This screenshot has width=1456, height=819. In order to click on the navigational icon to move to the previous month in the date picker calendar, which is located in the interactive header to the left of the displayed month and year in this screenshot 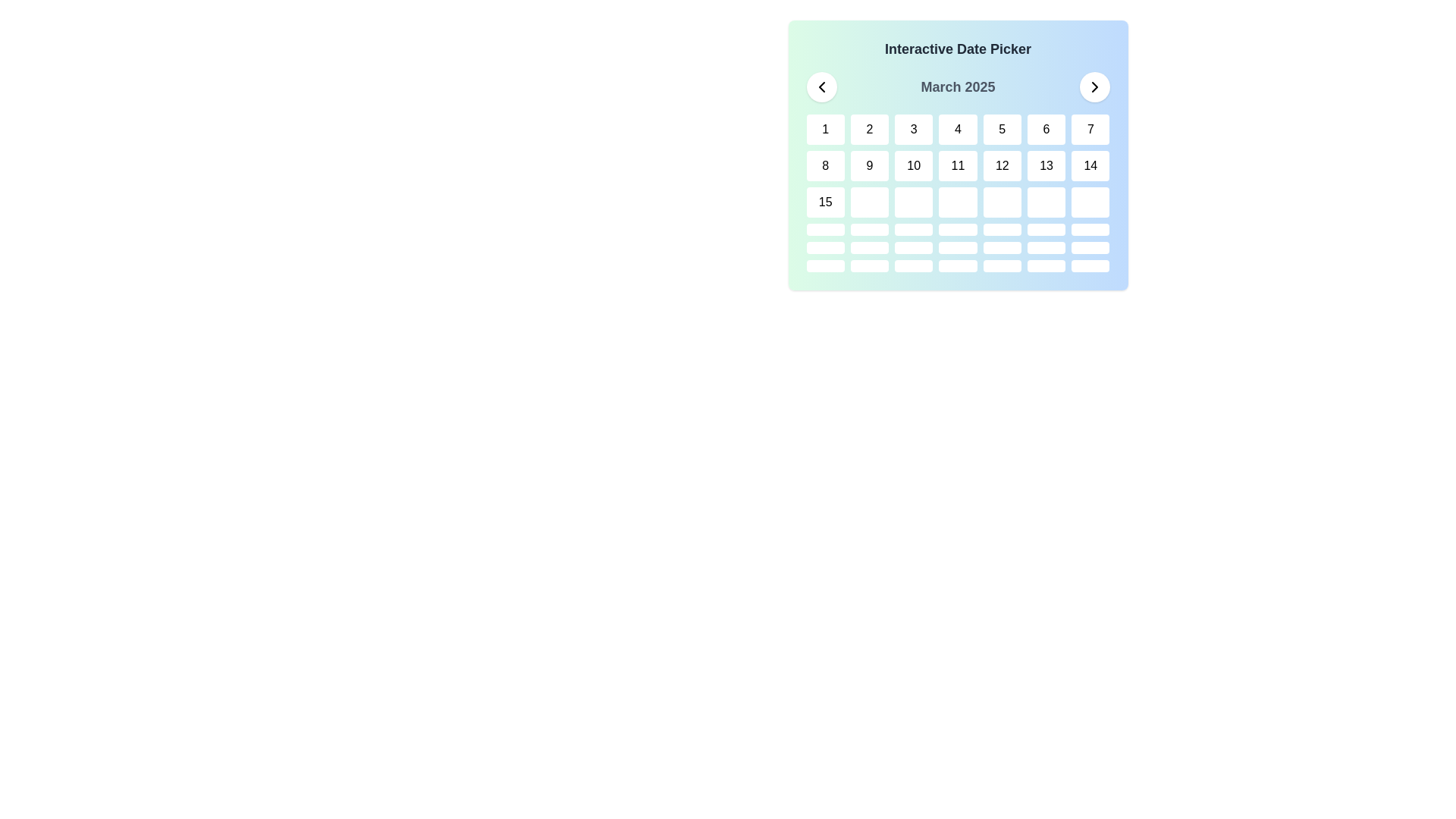, I will do `click(821, 87)`.